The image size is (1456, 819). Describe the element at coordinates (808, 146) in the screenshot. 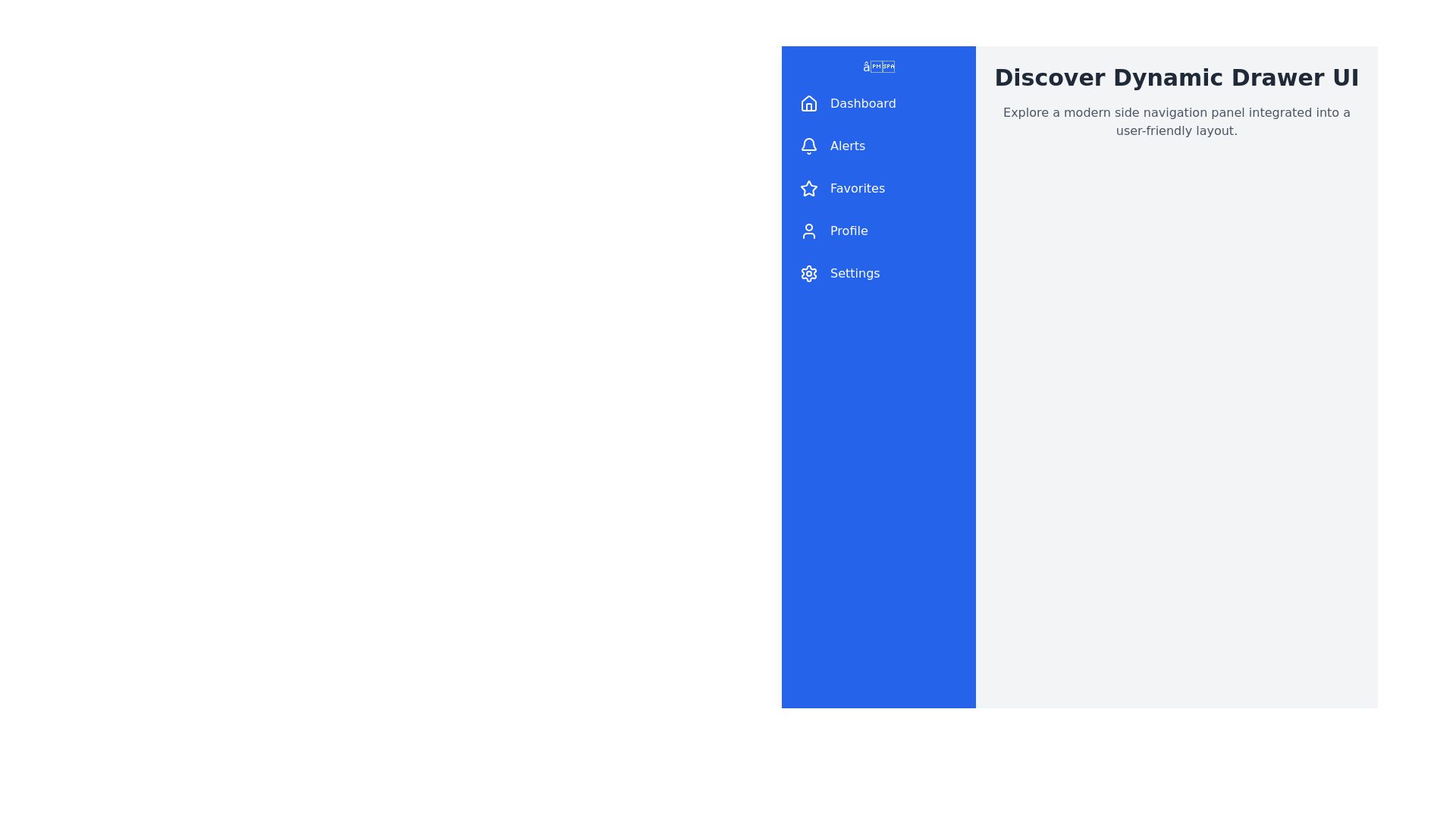

I see `the notification icon in the 'Alerts' section of the vertical navigation menu` at that location.